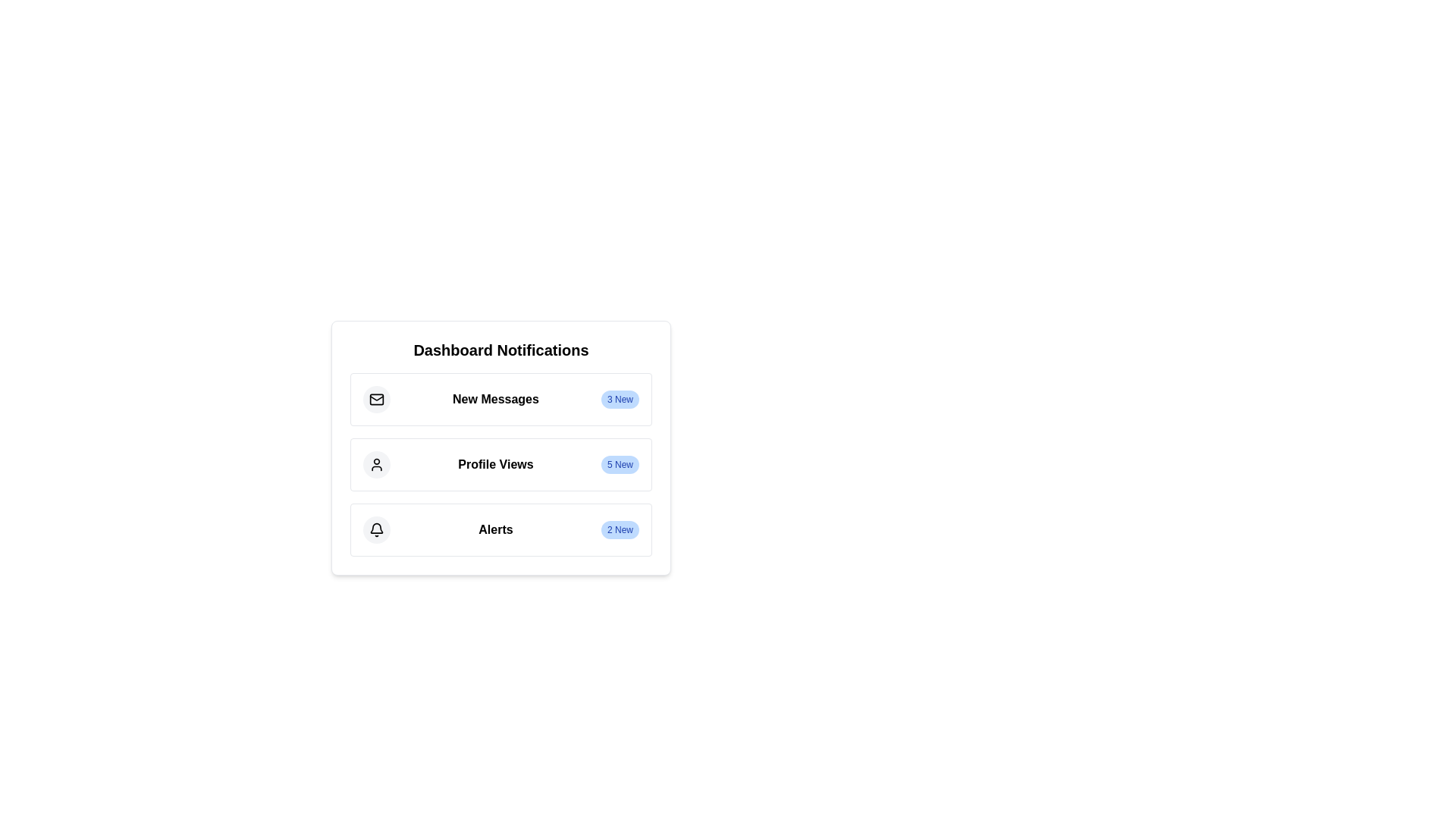 This screenshot has width=1456, height=819. What do you see at coordinates (377, 527) in the screenshot?
I see `the alert notification icon, which is a curved bell shape located at the bottom of the notification list in the 'Alerts' section` at bounding box center [377, 527].